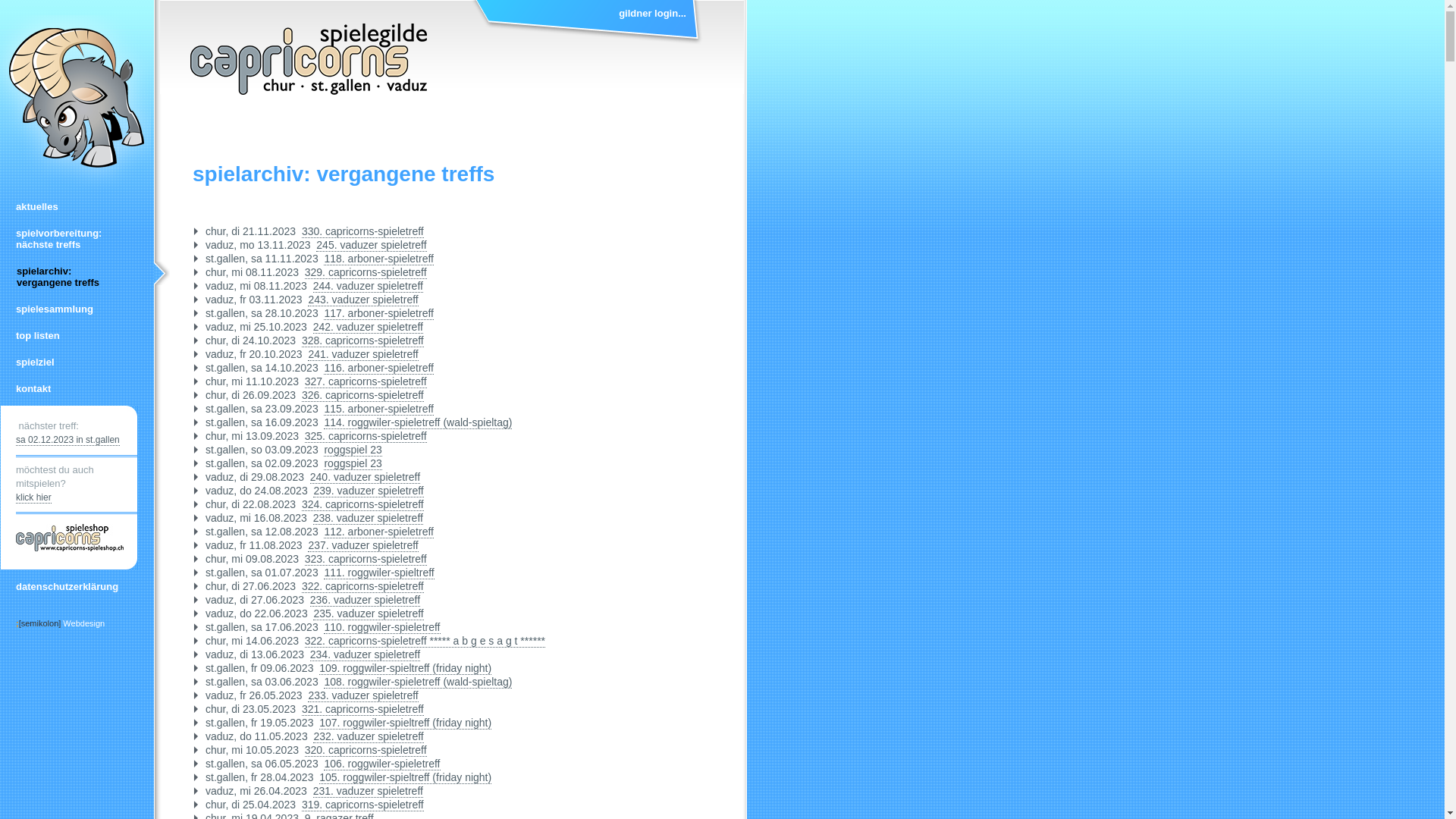  Describe the element at coordinates (323, 368) in the screenshot. I see `'116. arboner-spieletreff'` at that location.